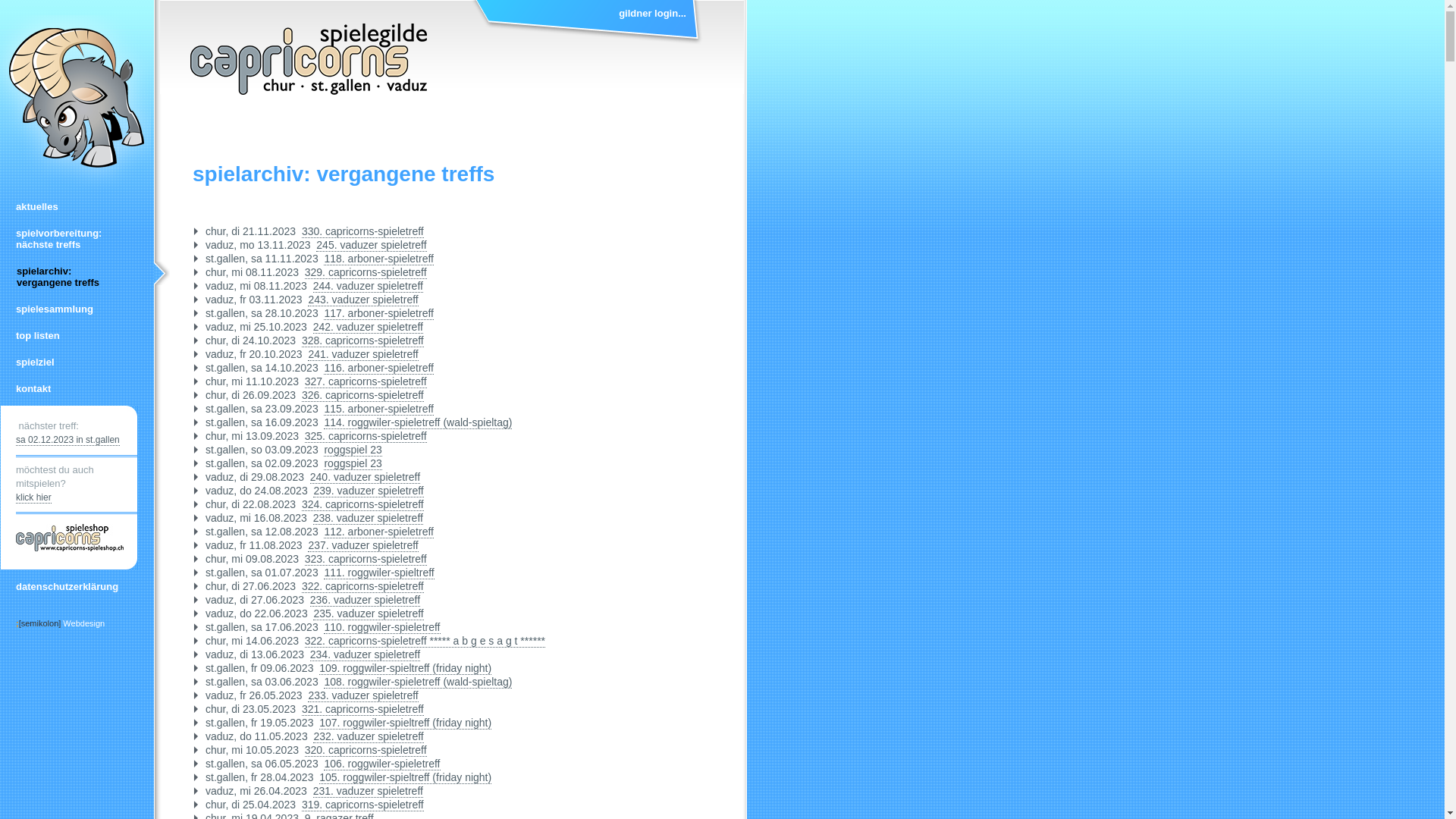  Describe the element at coordinates (323, 368) in the screenshot. I see `'116. arboner-spieletreff'` at that location.